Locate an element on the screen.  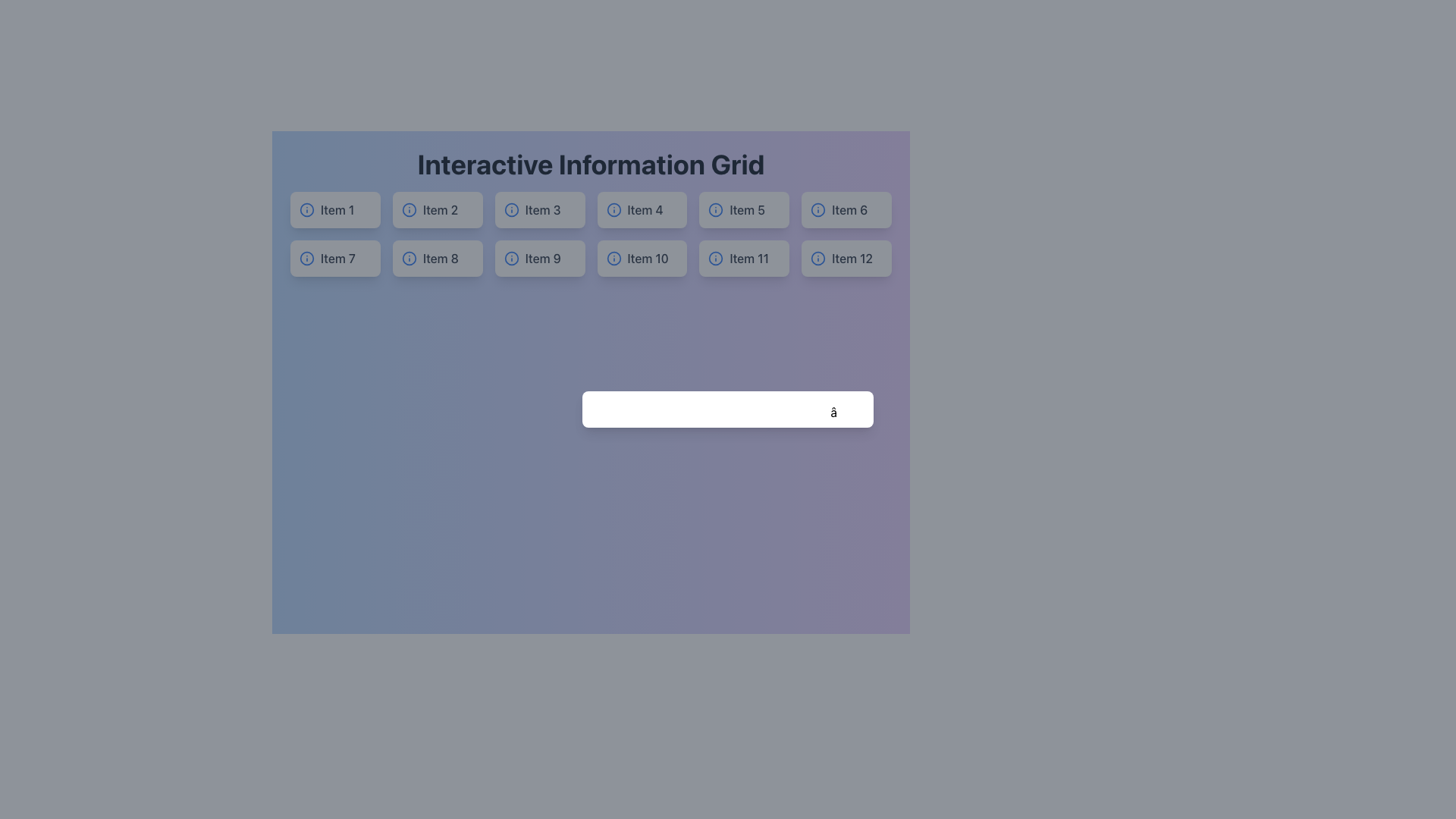
the button in the second row, fourth column of the grid is located at coordinates (642, 257).